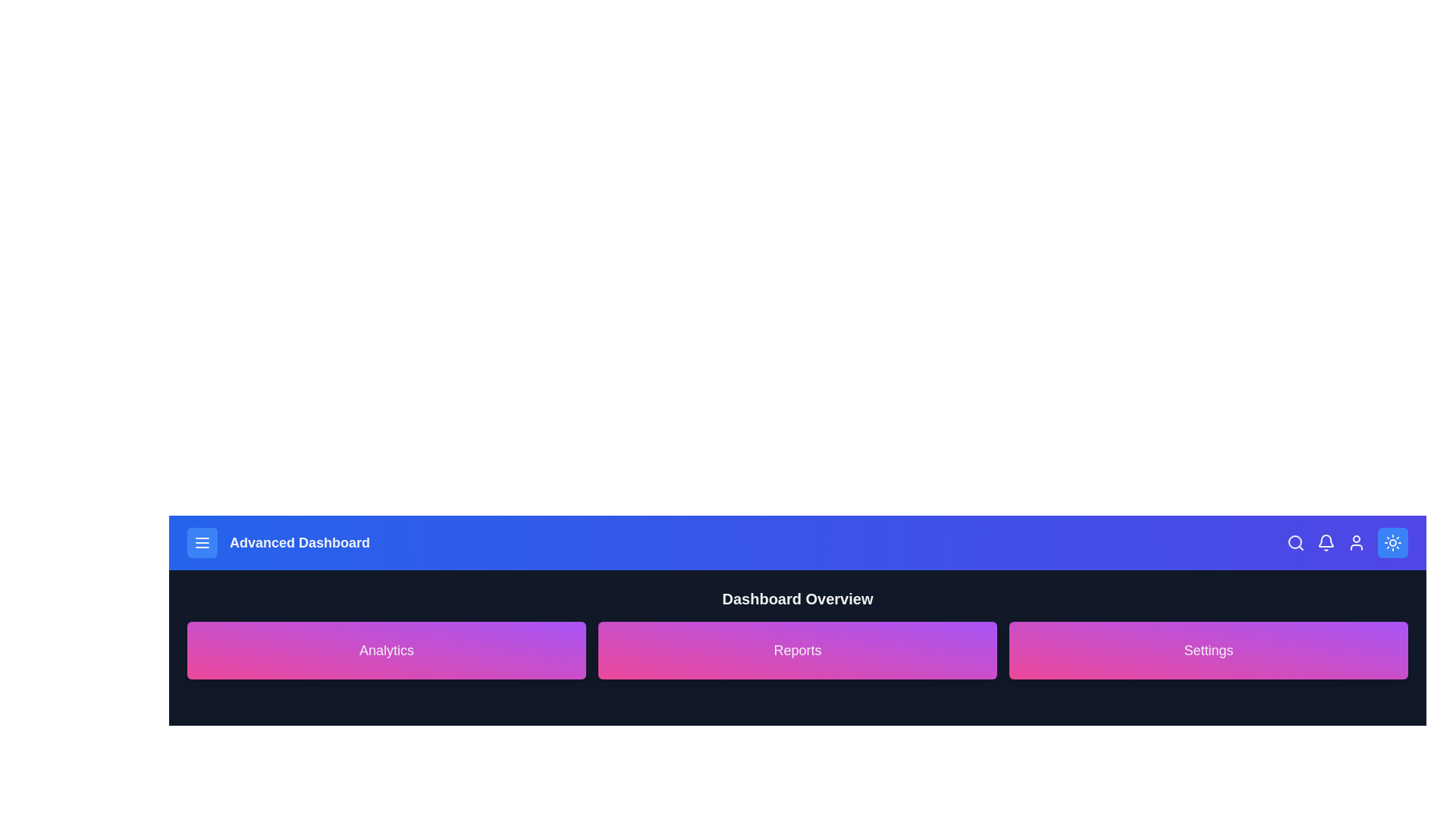  Describe the element at coordinates (1393, 542) in the screenshot. I see `the button in the top-right corner to toggle the dark mode` at that location.